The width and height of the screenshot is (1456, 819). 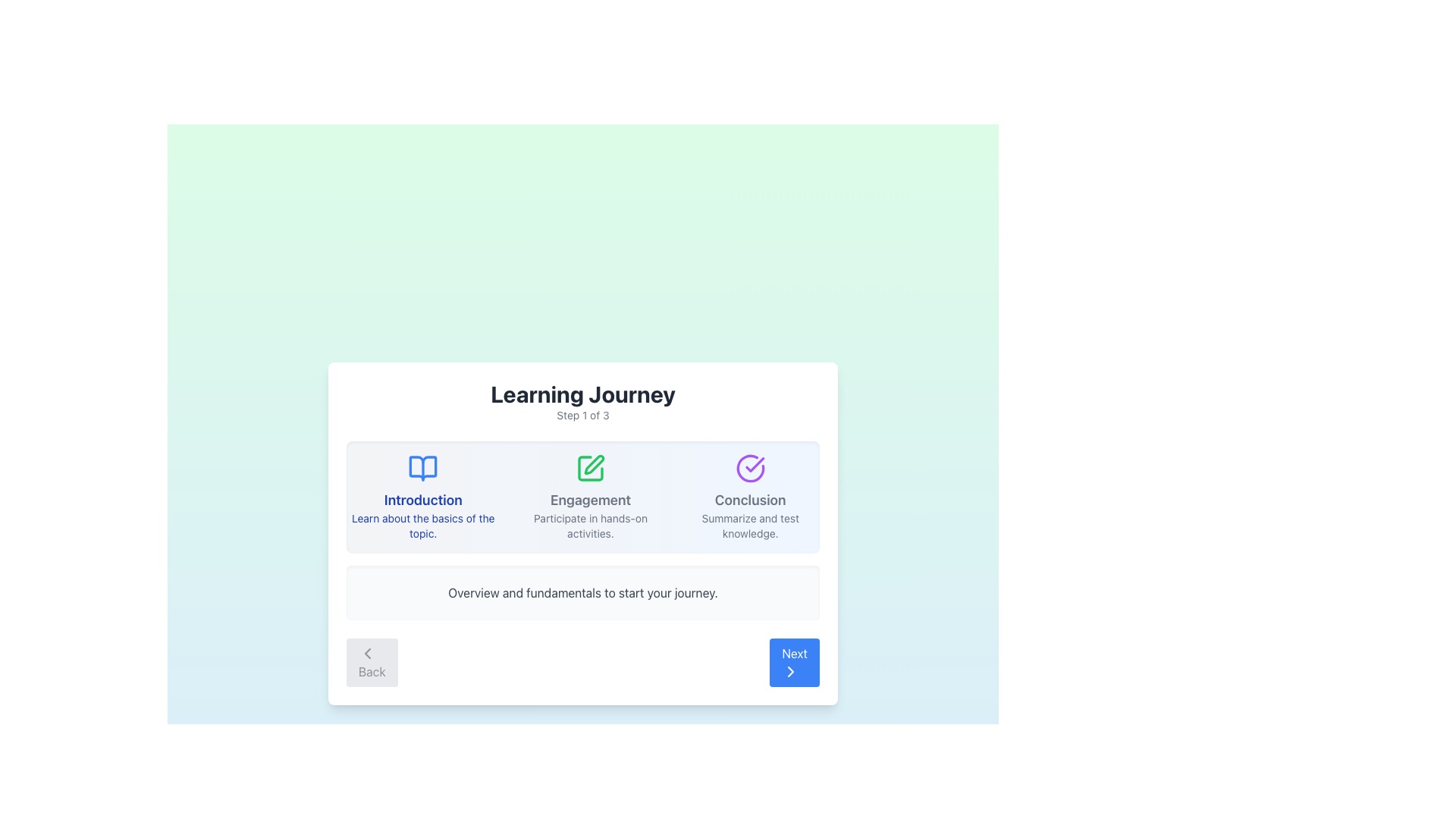 What do you see at coordinates (423, 500) in the screenshot?
I see `text label that says 'Introduction', which is styled in large, bold blue font and positioned below a blue book icon in the left-most card of a horizontal row` at bounding box center [423, 500].